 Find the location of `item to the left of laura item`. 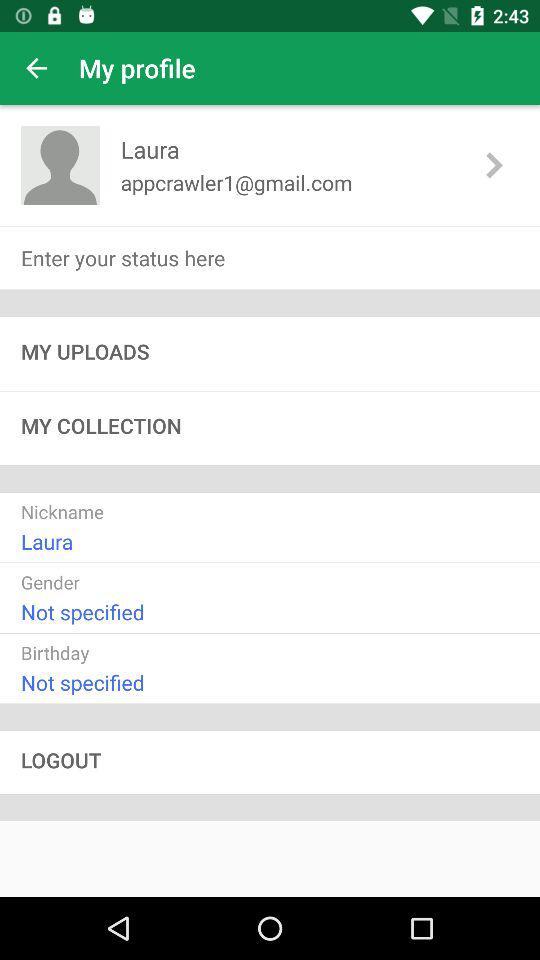

item to the left of laura item is located at coordinates (60, 164).